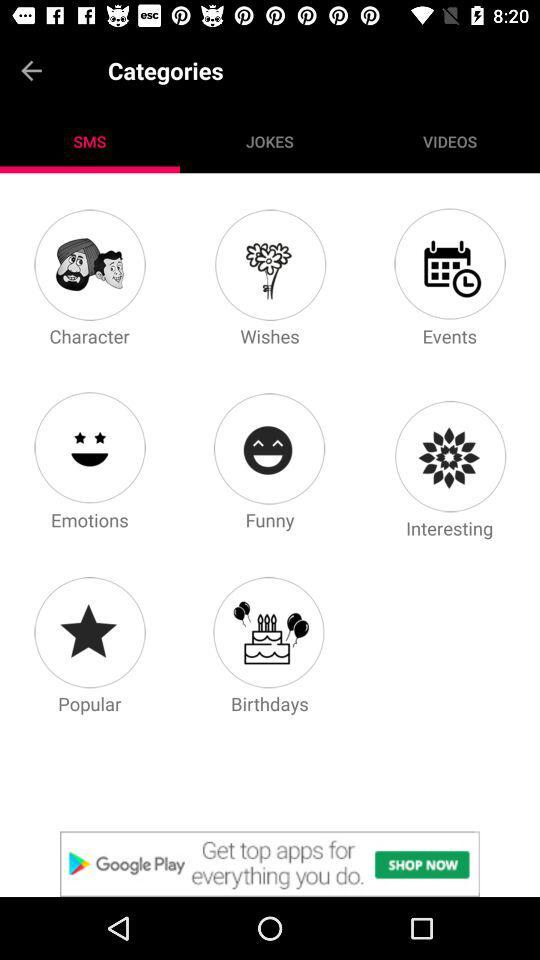 The width and height of the screenshot is (540, 960). I want to click on emotions, so click(88, 448).